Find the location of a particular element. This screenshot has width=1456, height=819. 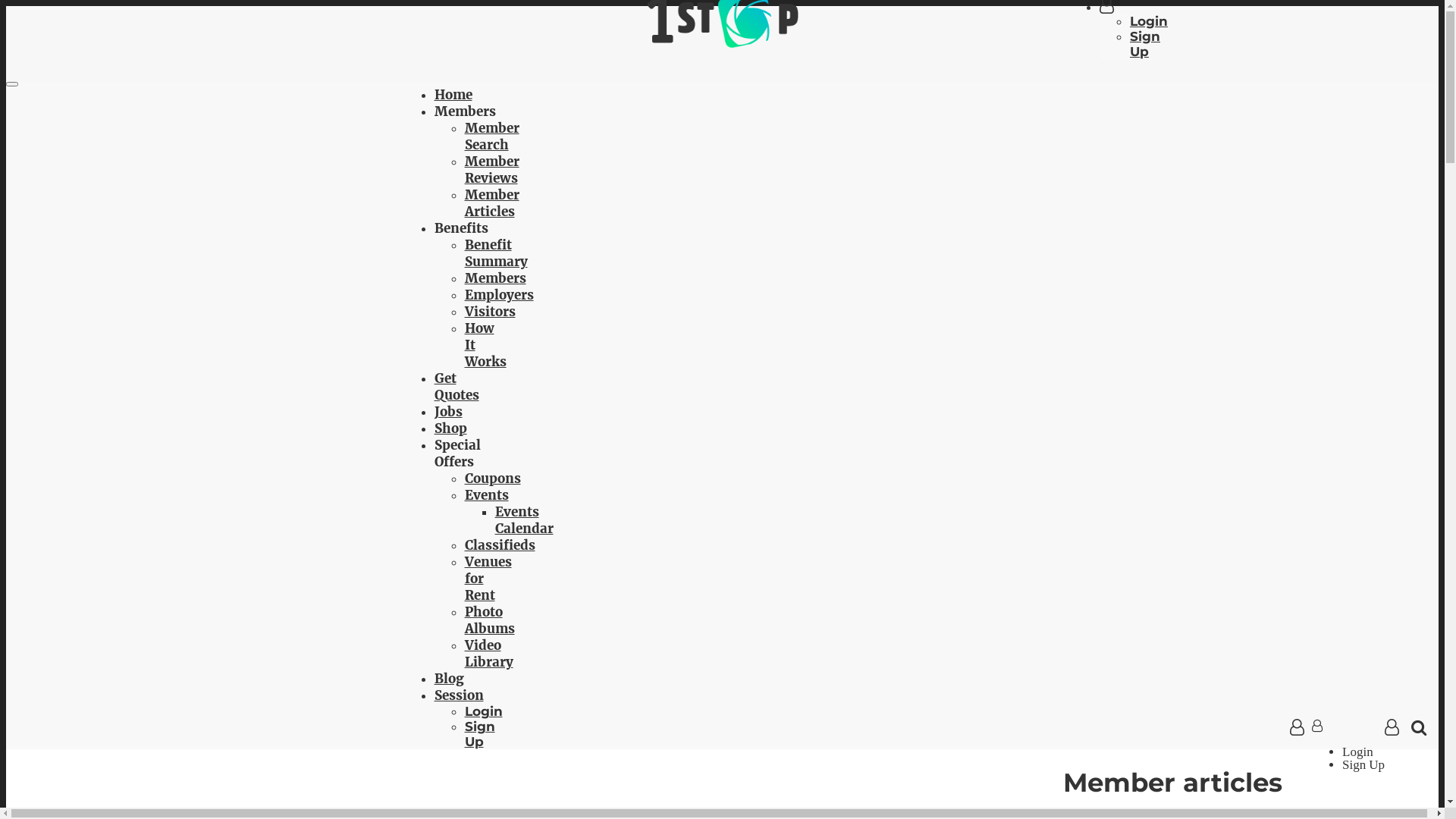

'Member Search' is located at coordinates (463, 136).